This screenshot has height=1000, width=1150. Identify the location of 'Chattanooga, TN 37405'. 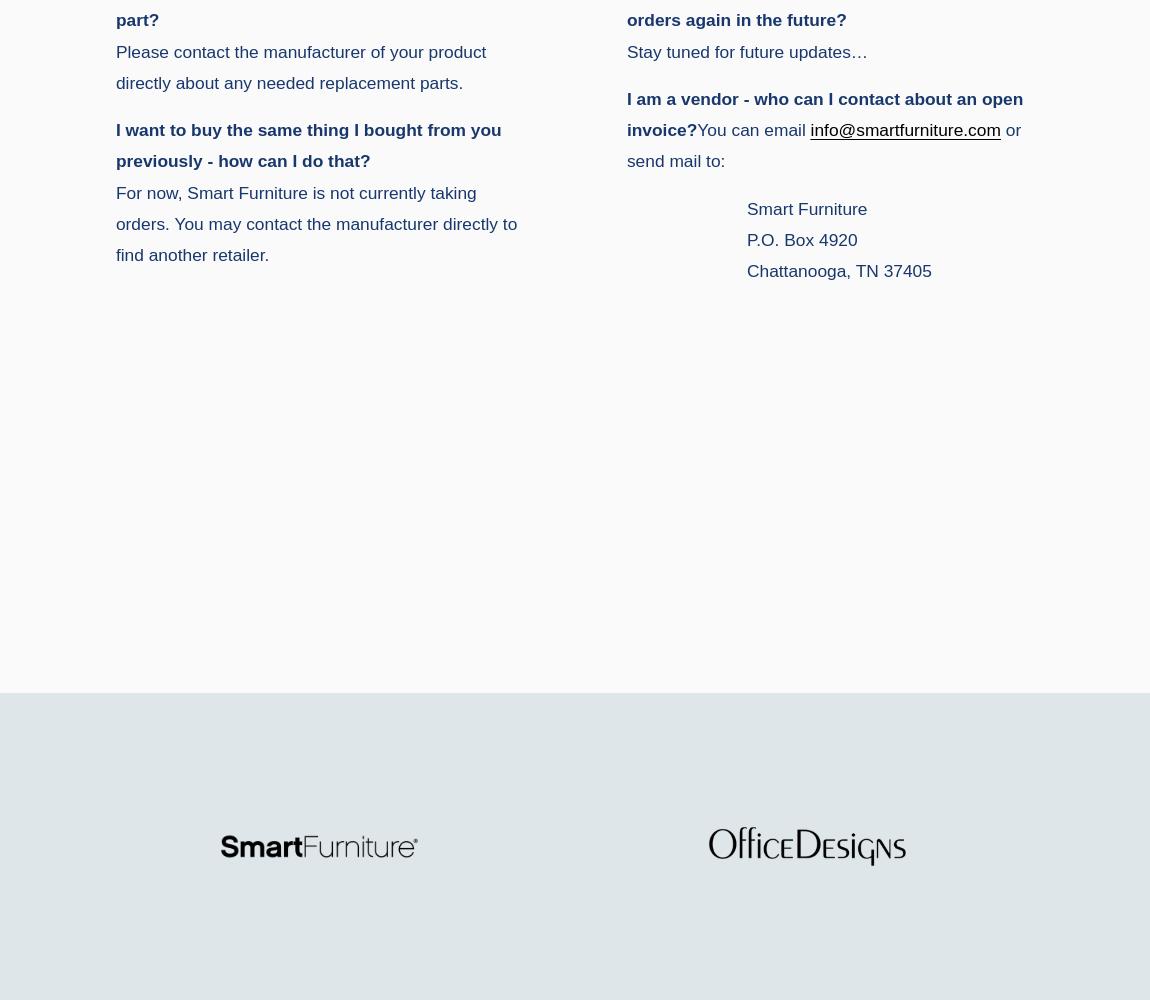
(837, 271).